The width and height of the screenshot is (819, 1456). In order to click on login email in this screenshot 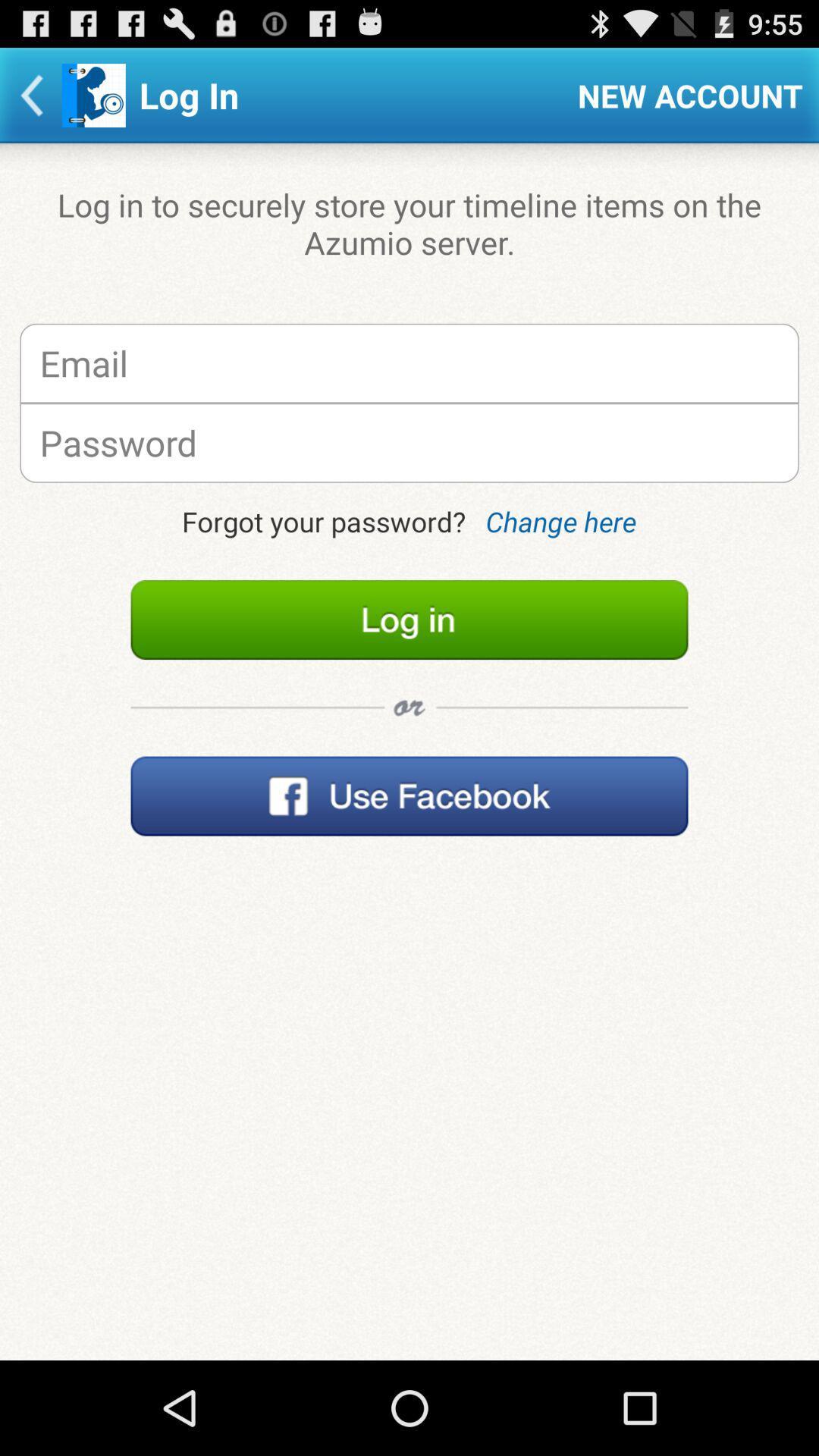, I will do `click(409, 362)`.